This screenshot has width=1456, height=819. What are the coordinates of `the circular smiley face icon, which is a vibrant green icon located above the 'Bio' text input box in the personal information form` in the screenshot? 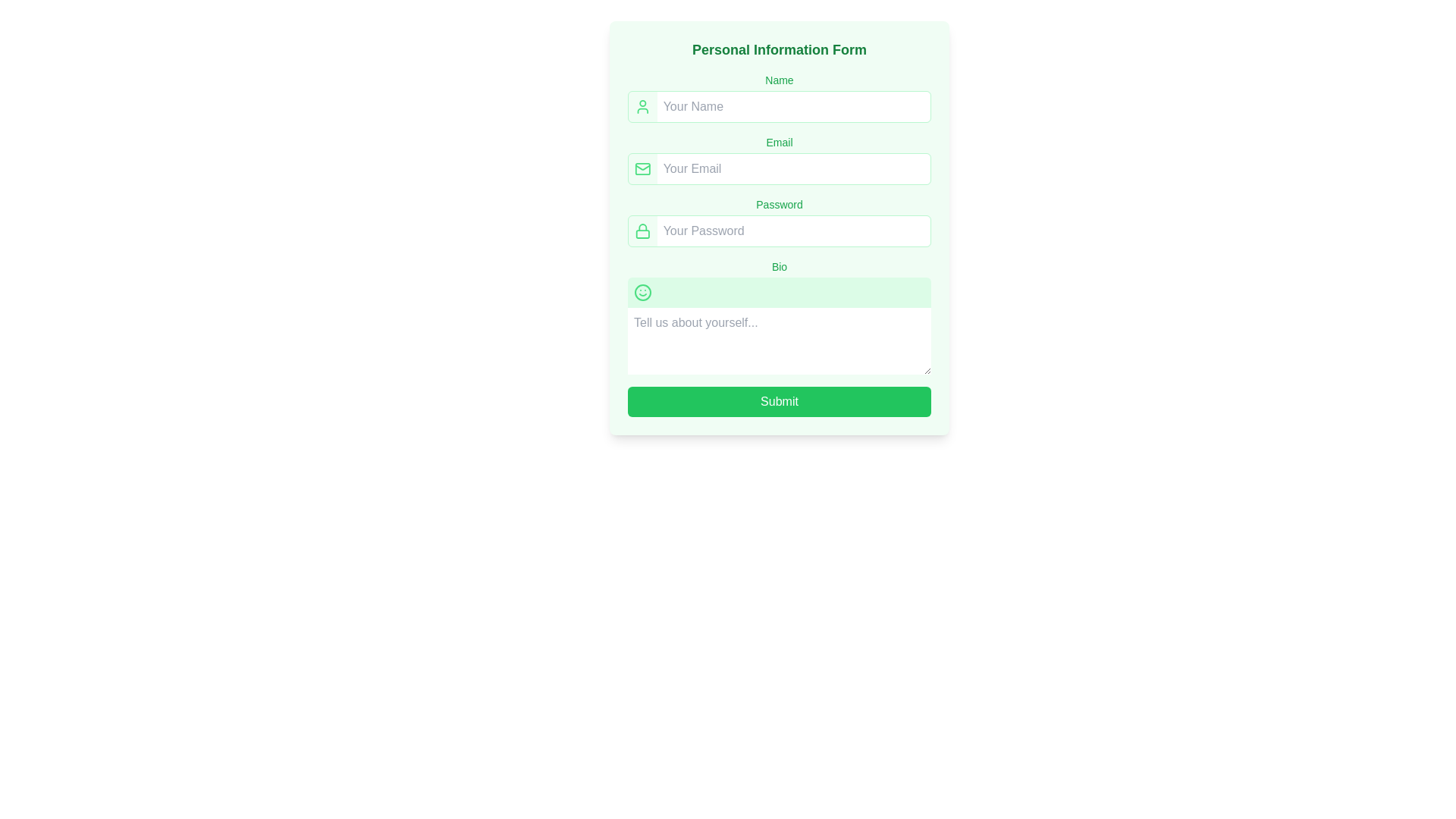 It's located at (643, 292).